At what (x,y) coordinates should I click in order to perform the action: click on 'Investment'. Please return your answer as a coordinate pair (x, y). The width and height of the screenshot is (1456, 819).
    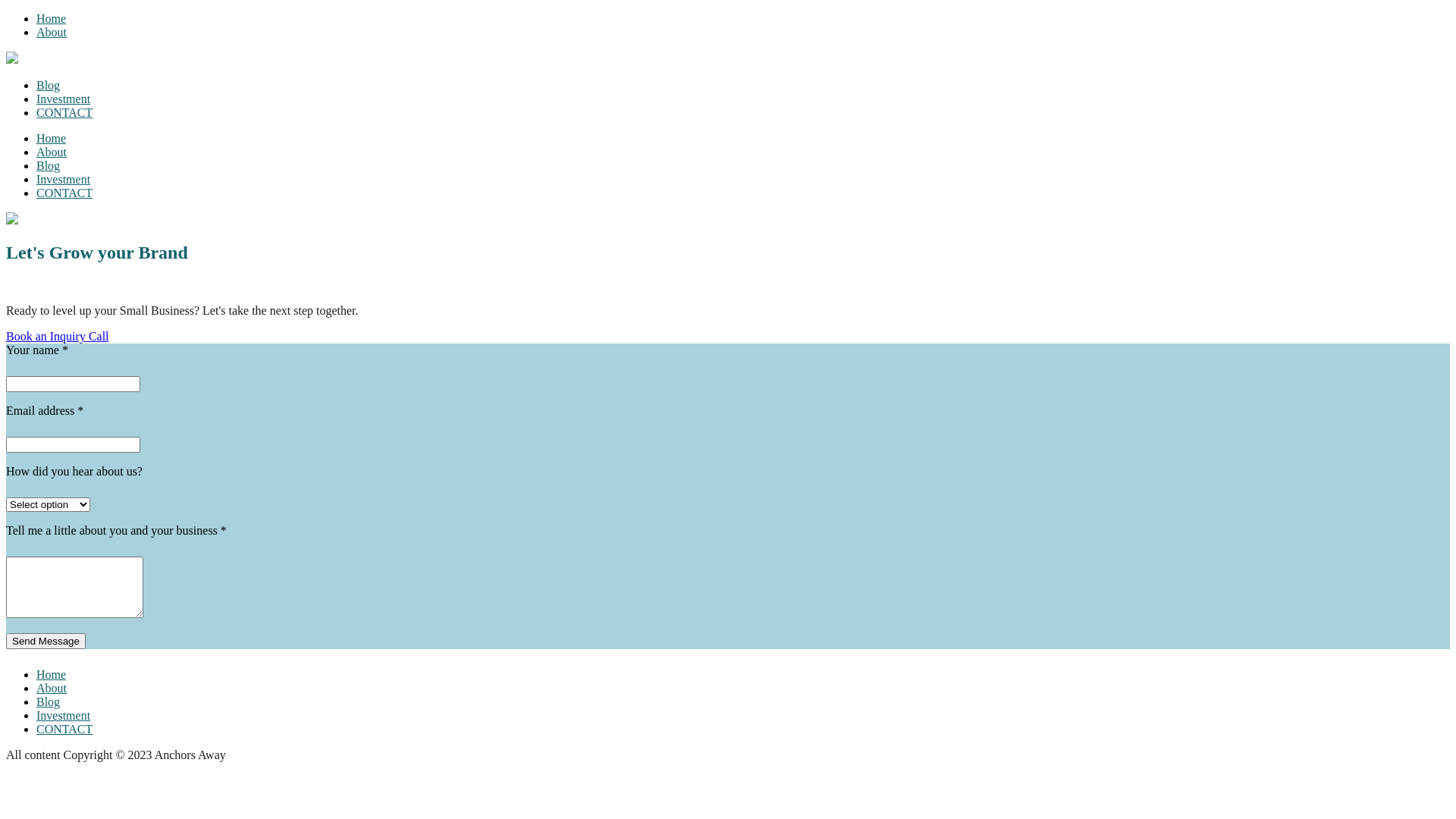
    Looking at the image, I should click on (62, 715).